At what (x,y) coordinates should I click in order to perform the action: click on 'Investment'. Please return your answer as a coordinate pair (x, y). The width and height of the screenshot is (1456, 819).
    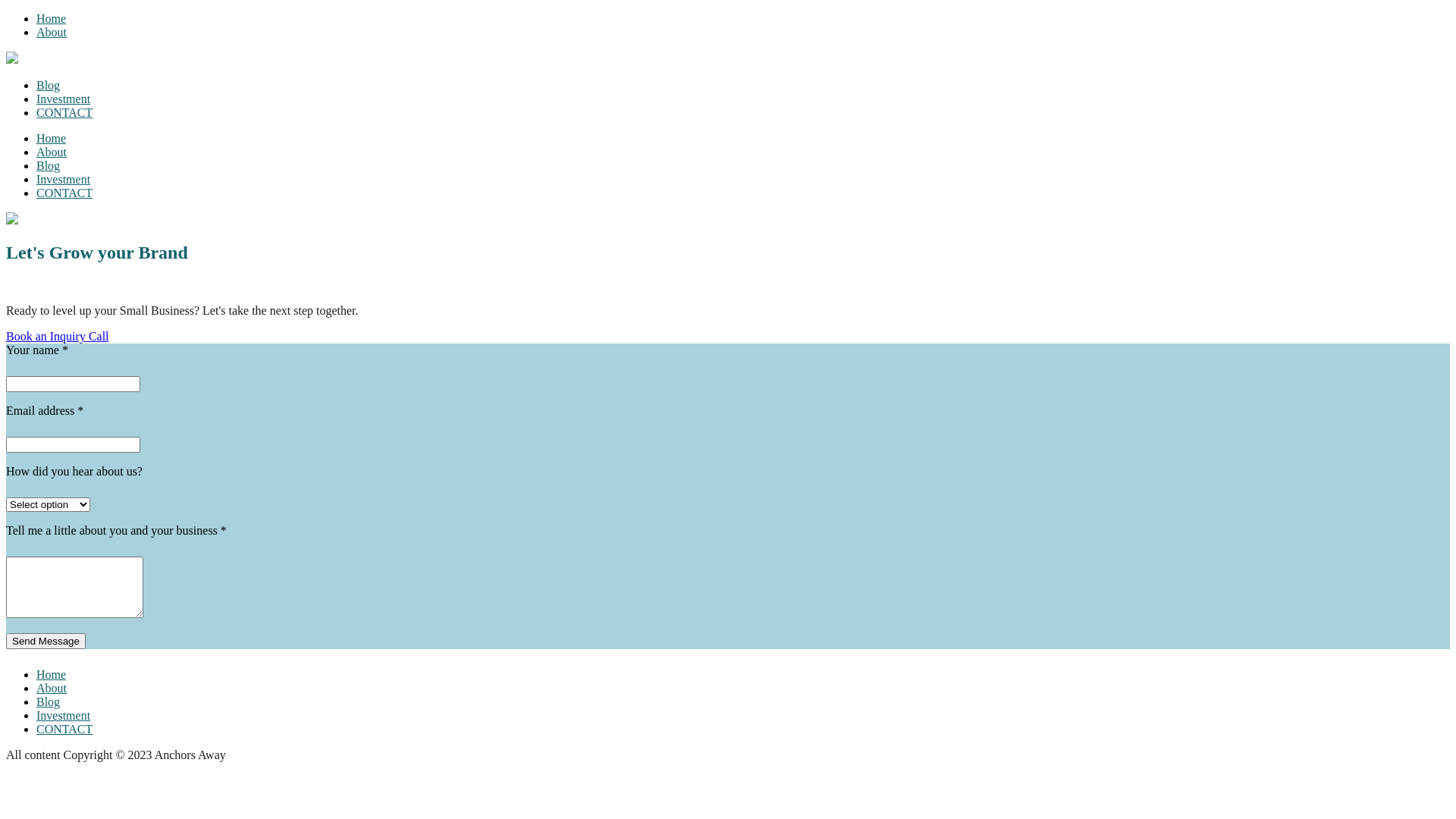
    Looking at the image, I should click on (62, 715).